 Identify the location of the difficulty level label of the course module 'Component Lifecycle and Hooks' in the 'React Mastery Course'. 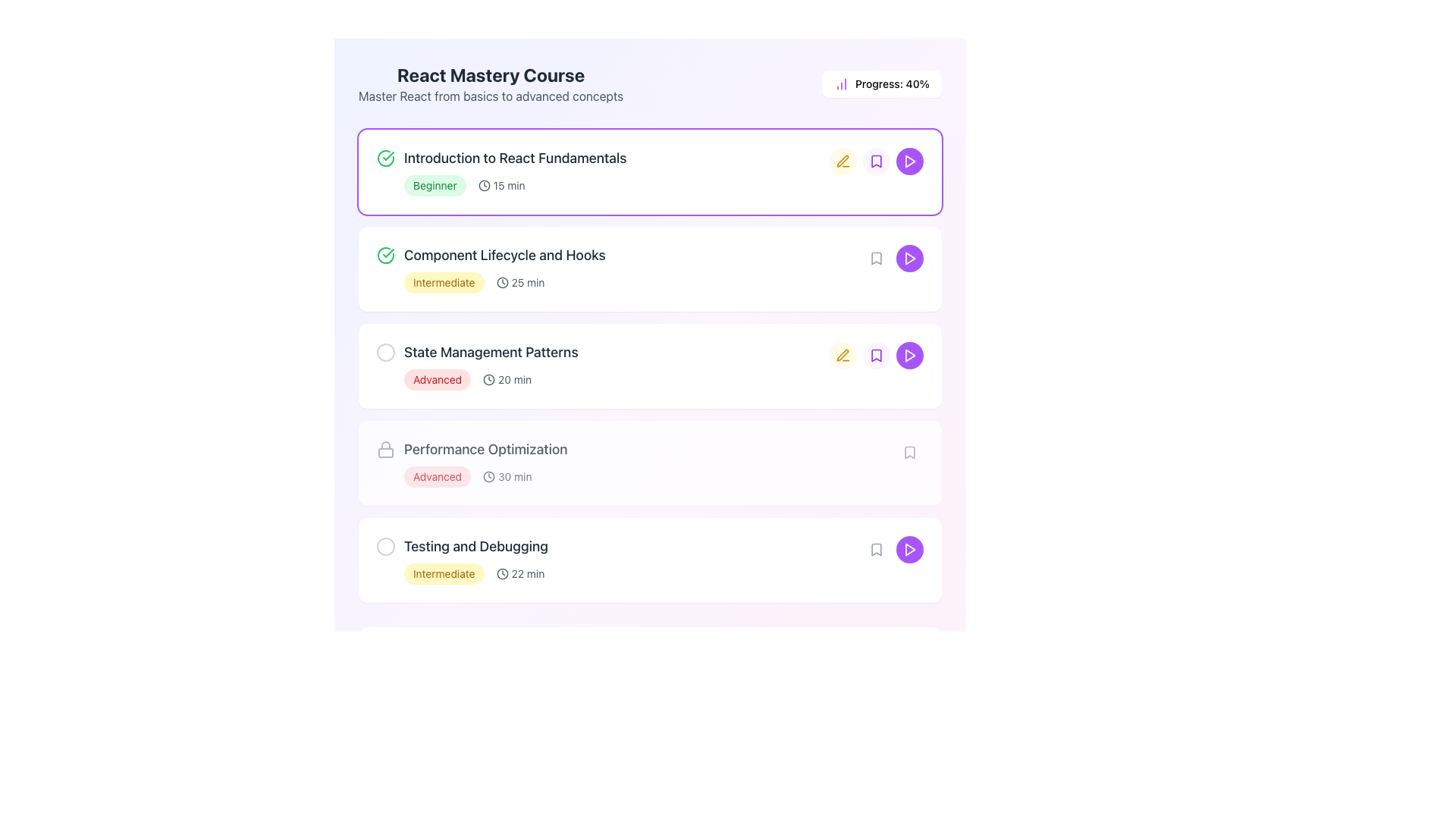
(443, 283).